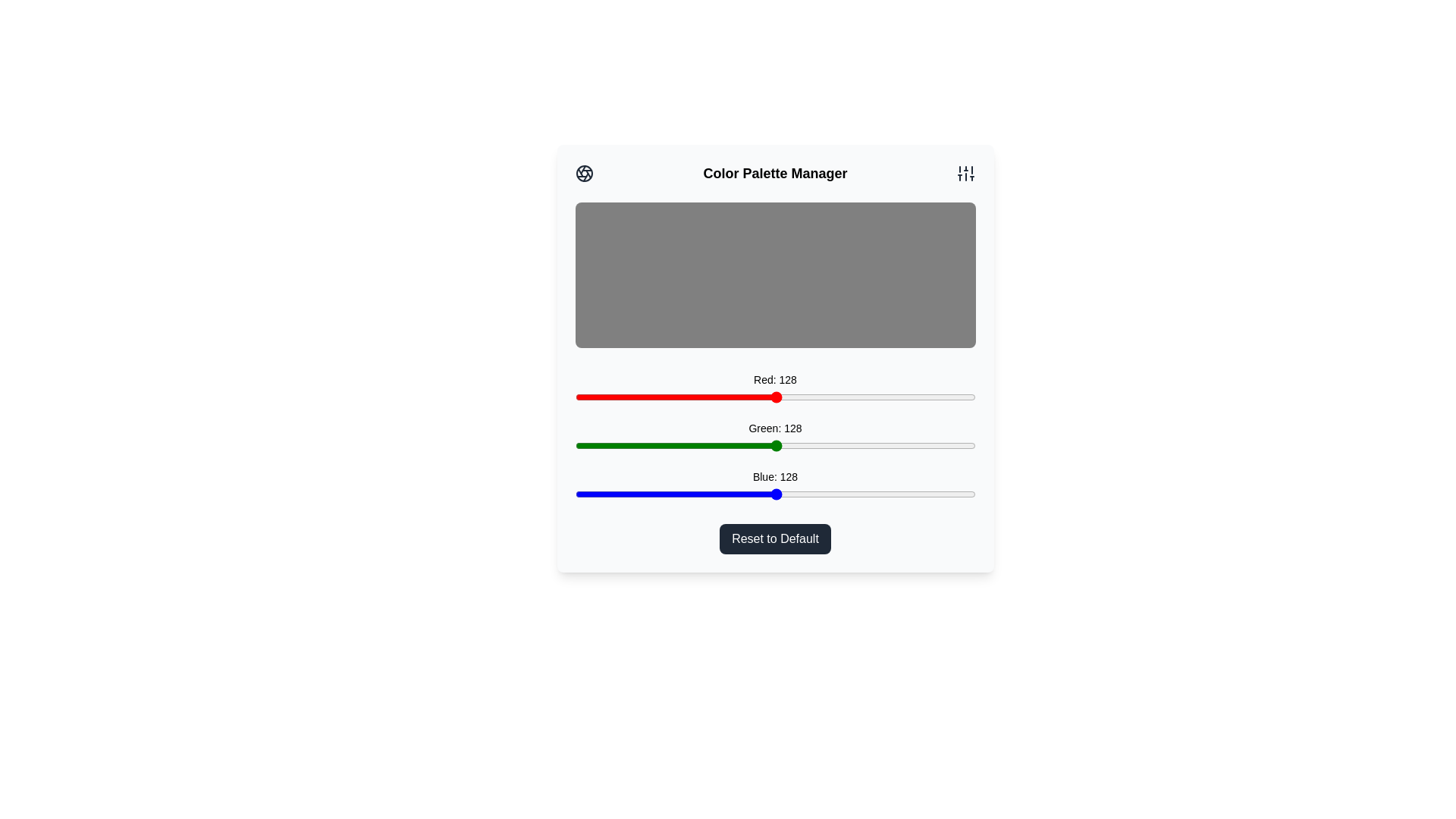  Describe the element at coordinates (886, 494) in the screenshot. I see `the blue slider to set the blue intensity to 198` at that location.